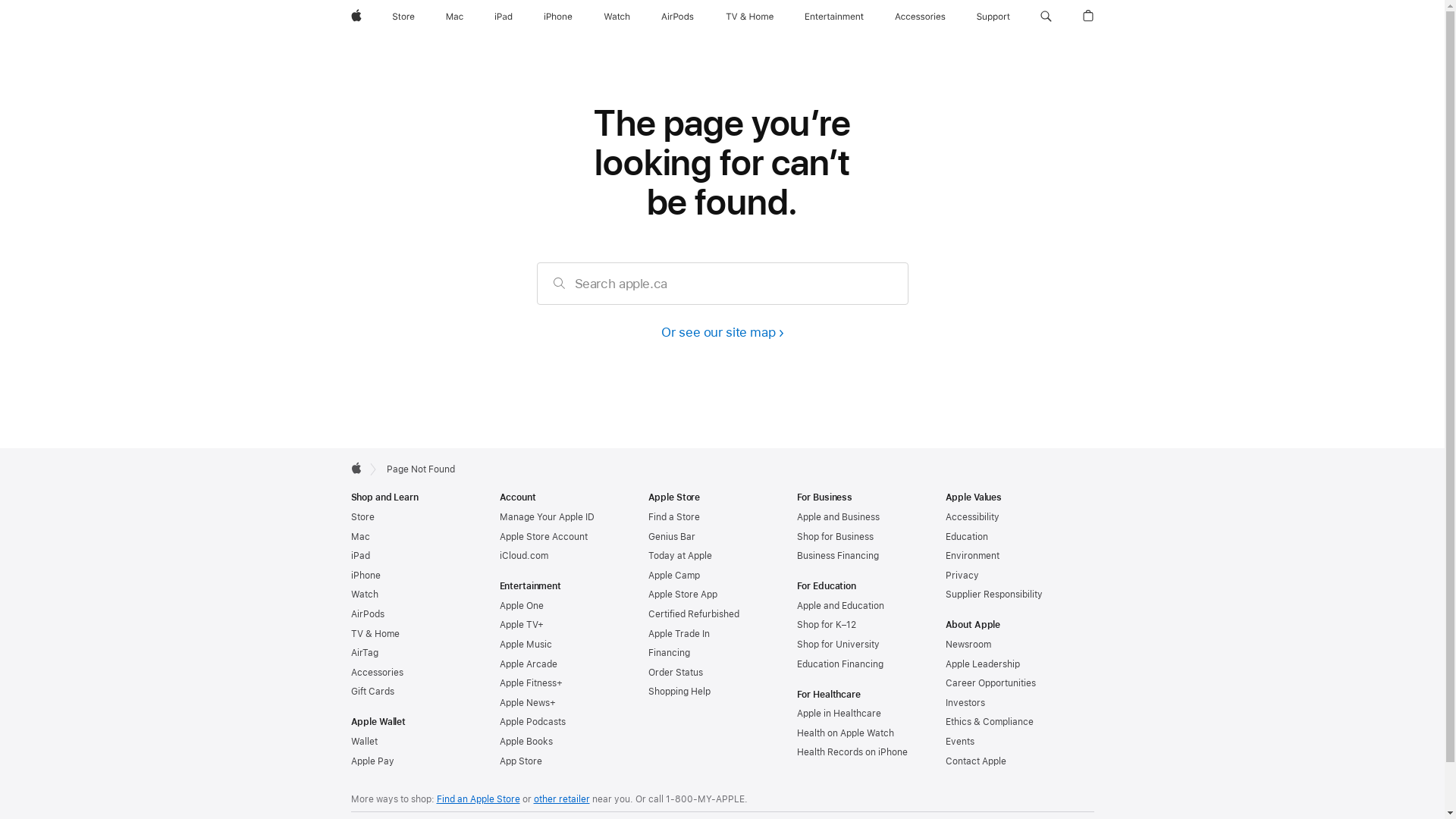 Image resolution: width=1456 pixels, height=819 pixels. I want to click on 'Shop for University', so click(836, 644).